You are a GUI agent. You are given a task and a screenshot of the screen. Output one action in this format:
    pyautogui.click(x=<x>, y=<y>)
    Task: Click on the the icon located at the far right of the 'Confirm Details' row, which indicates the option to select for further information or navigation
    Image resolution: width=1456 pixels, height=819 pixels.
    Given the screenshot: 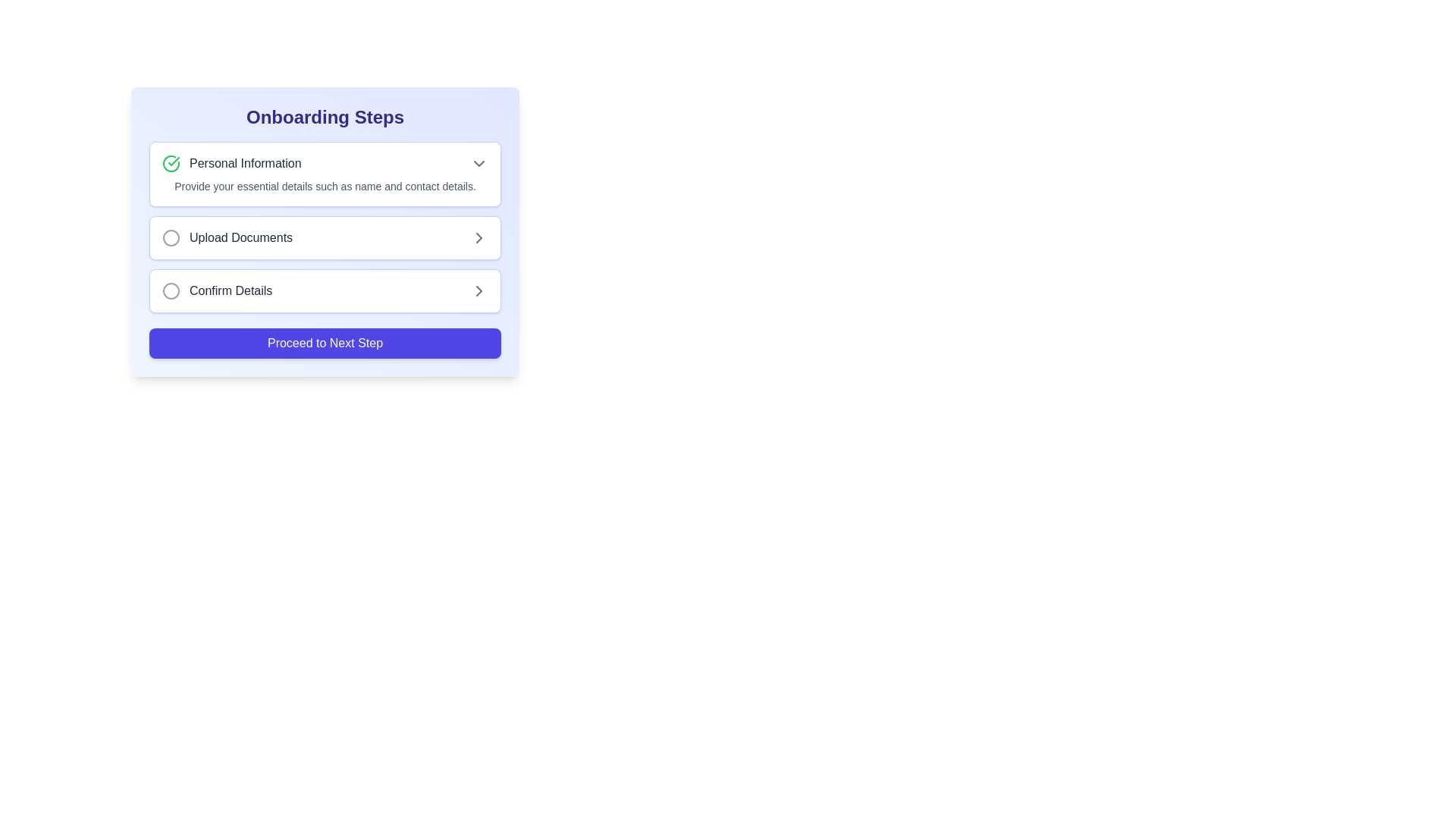 What is the action you would take?
    pyautogui.click(x=479, y=291)
    